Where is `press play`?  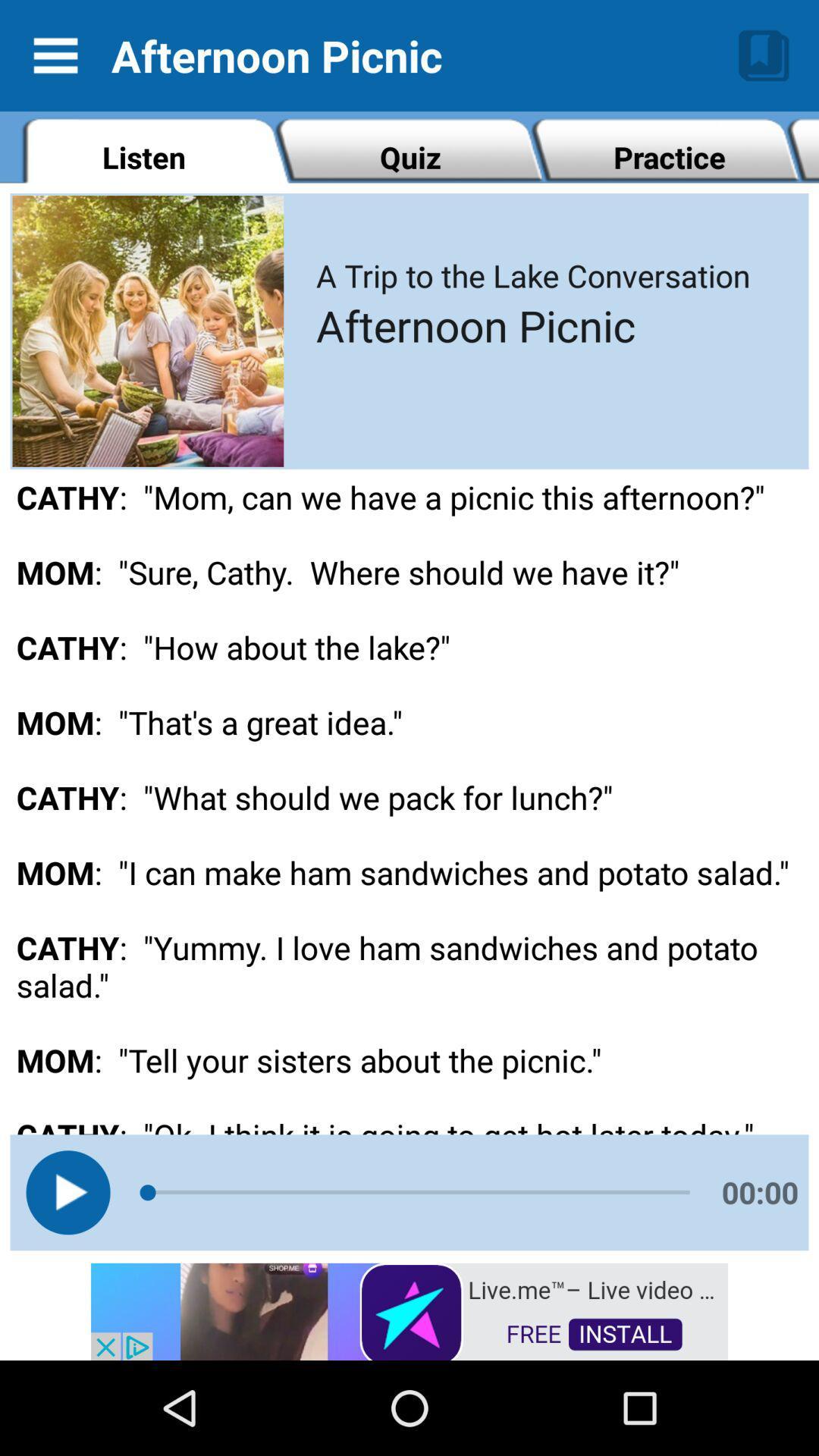
press play is located at coordinates (67, 1191).